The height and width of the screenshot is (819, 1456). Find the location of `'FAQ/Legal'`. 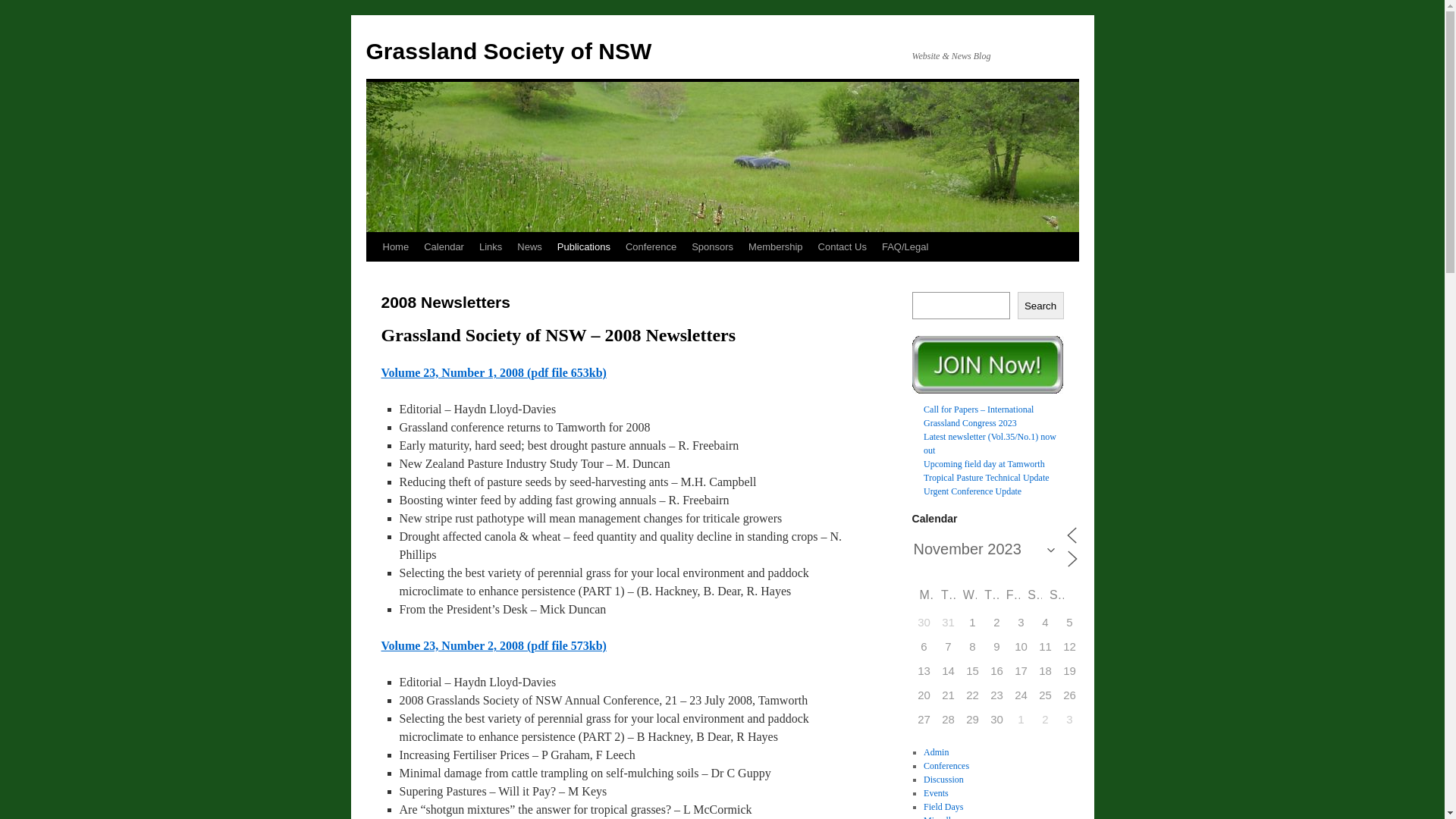

'FAQ/Legal' is located at coordinates (905, 246).